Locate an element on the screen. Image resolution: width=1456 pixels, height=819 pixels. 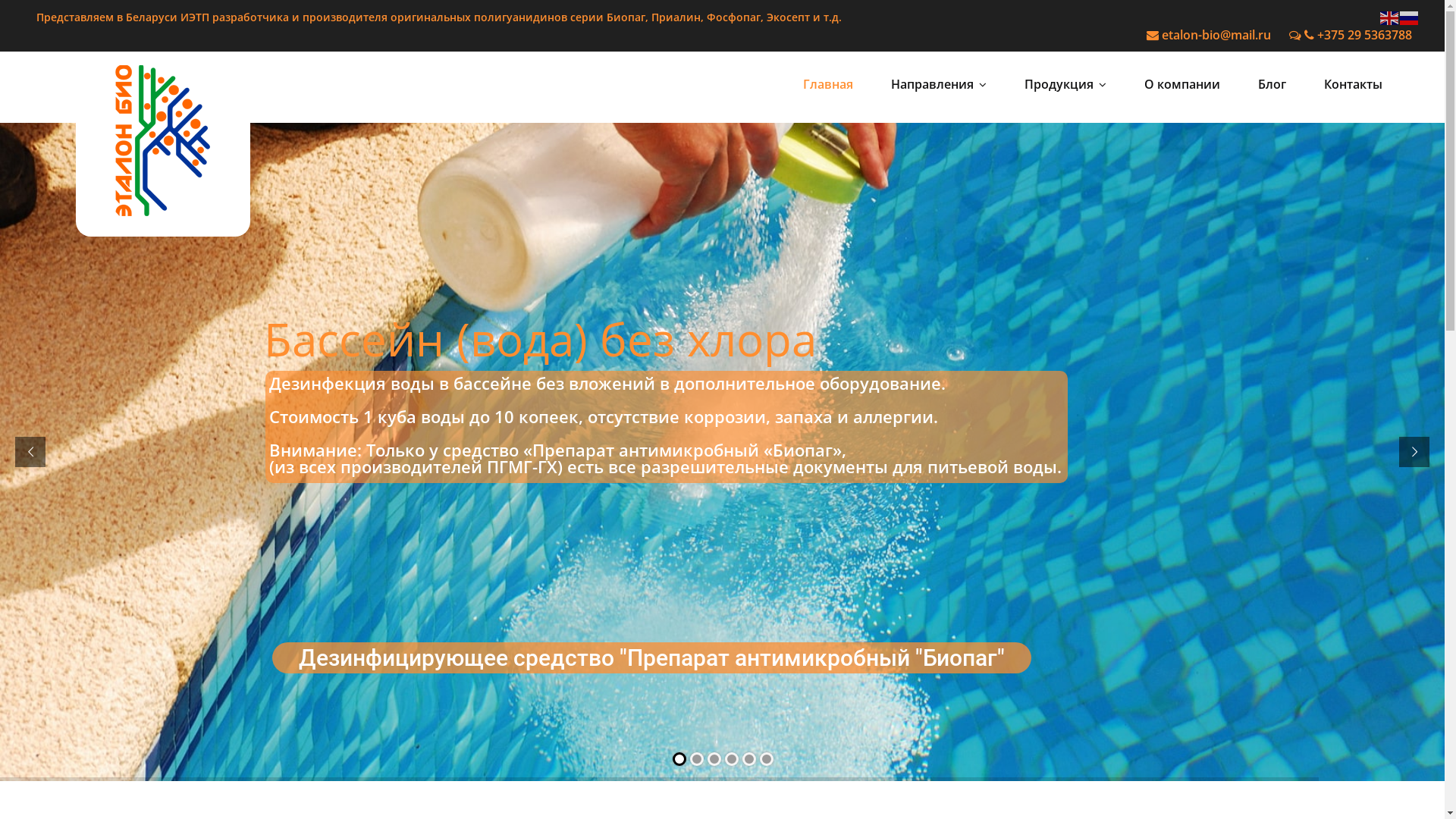
'English' is located at coordinates (1390, 17).